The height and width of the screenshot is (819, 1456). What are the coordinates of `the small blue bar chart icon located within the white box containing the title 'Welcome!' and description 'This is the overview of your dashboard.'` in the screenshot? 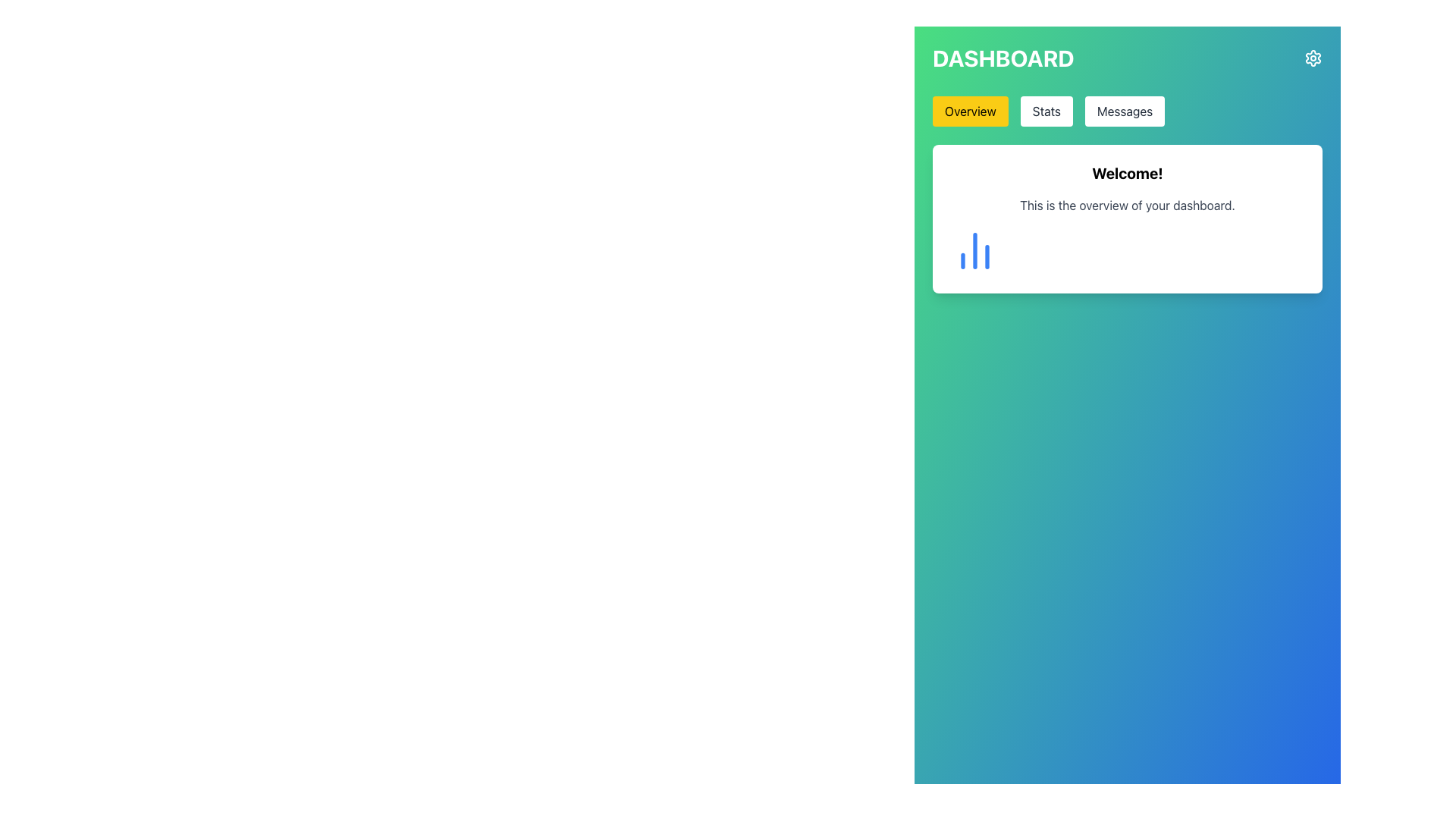 It's located at (975, 250).